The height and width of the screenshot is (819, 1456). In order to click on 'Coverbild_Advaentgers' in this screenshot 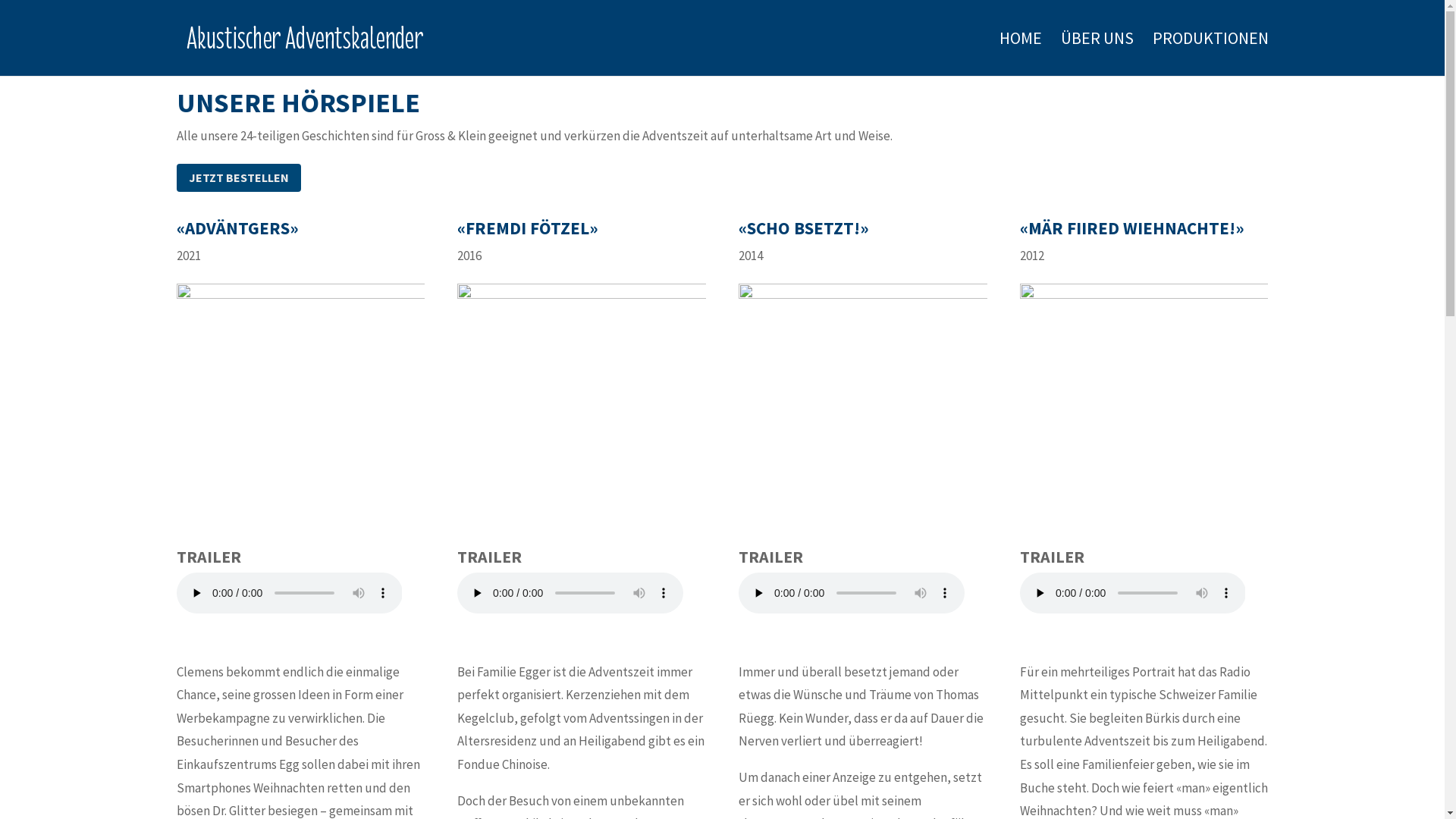, I will do `click(300, 406)`.